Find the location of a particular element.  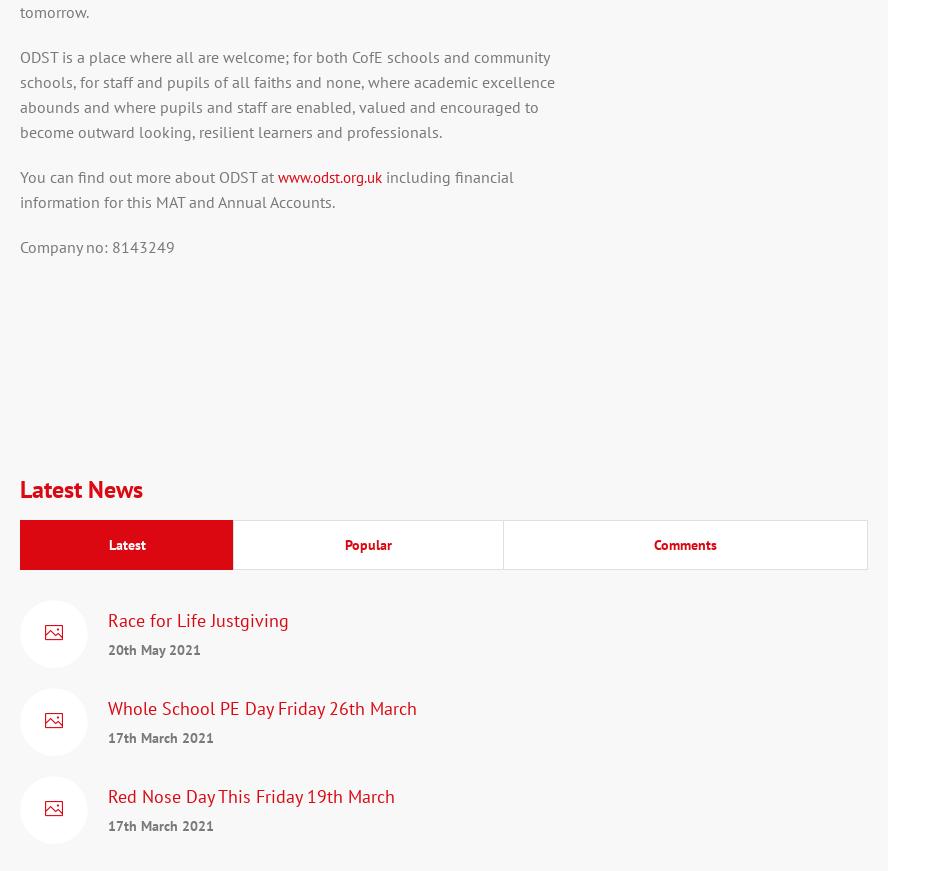

'Latest News' is located at coordinates (81, 489).